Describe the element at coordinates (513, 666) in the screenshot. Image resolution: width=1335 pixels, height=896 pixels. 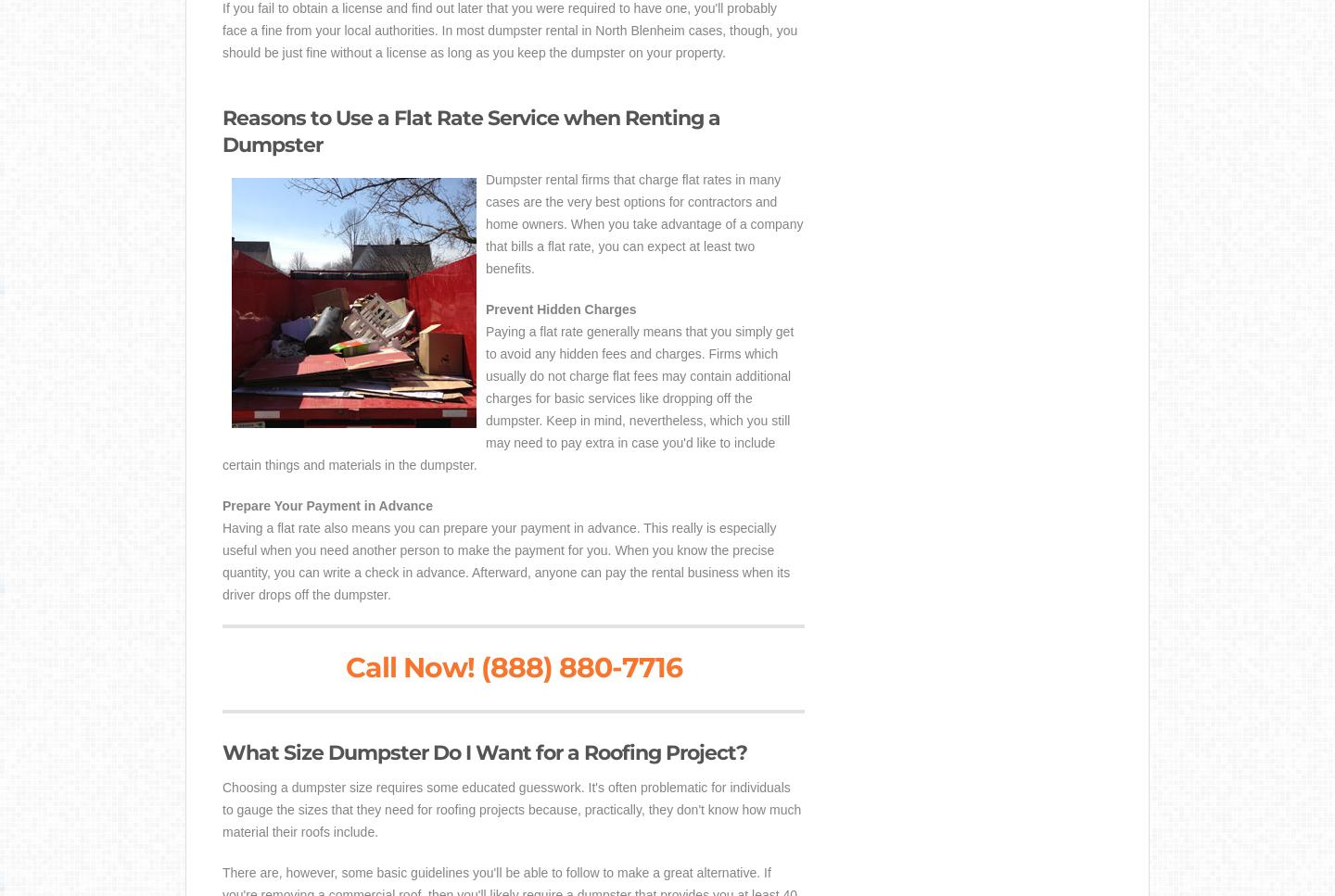
I see `'Call Now! (888) 880-7716'` at that location.